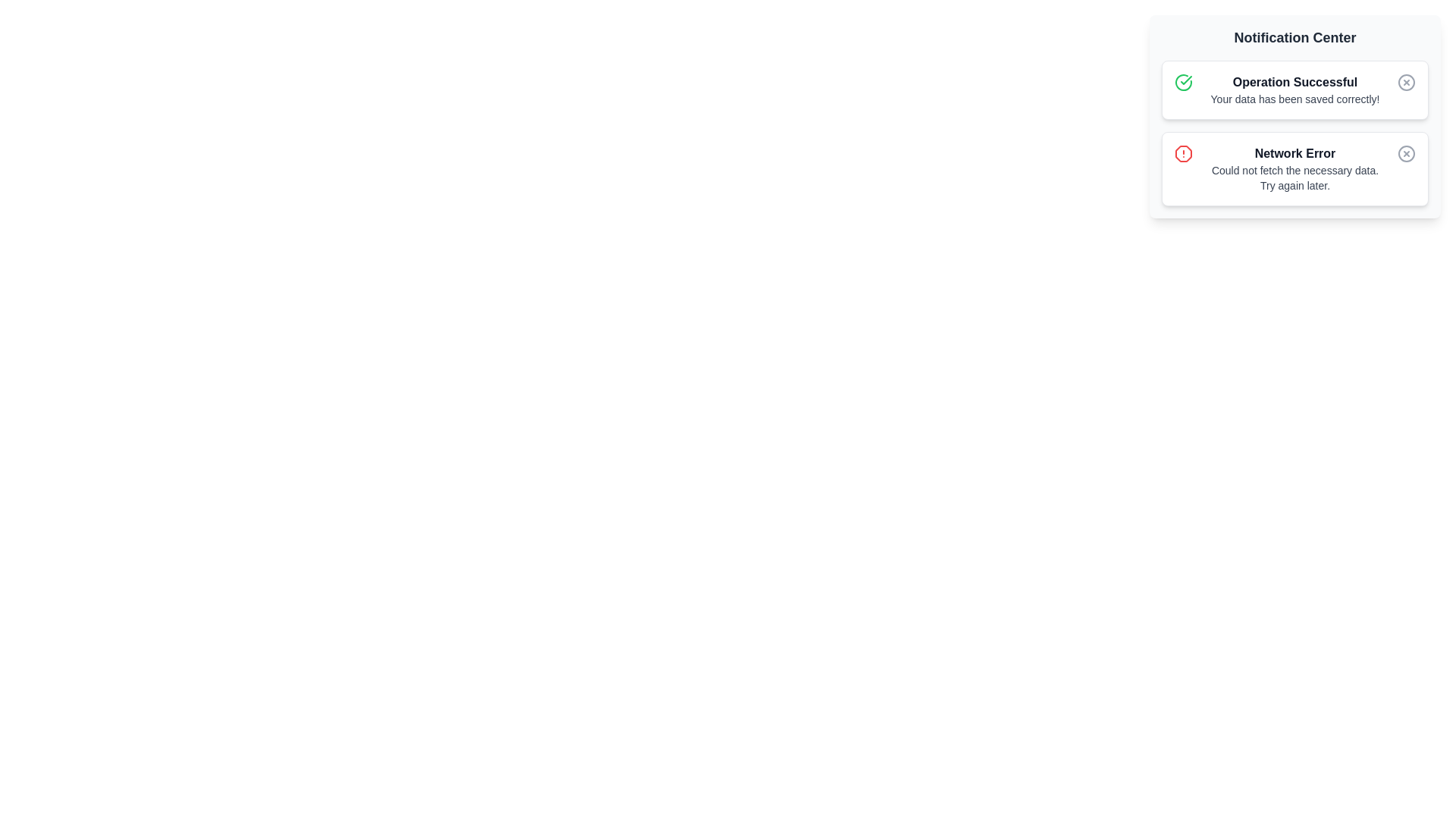 Image resolution: width=1456 pixels, height=819 pixels. Describe the element at coordinates (1294, 169) in the screenshot. I see `error message from the second notification card in the Notification Center, which displays 'Network Error' with the message 'Could not fetch the necessary data. Try again later.'` at that location.